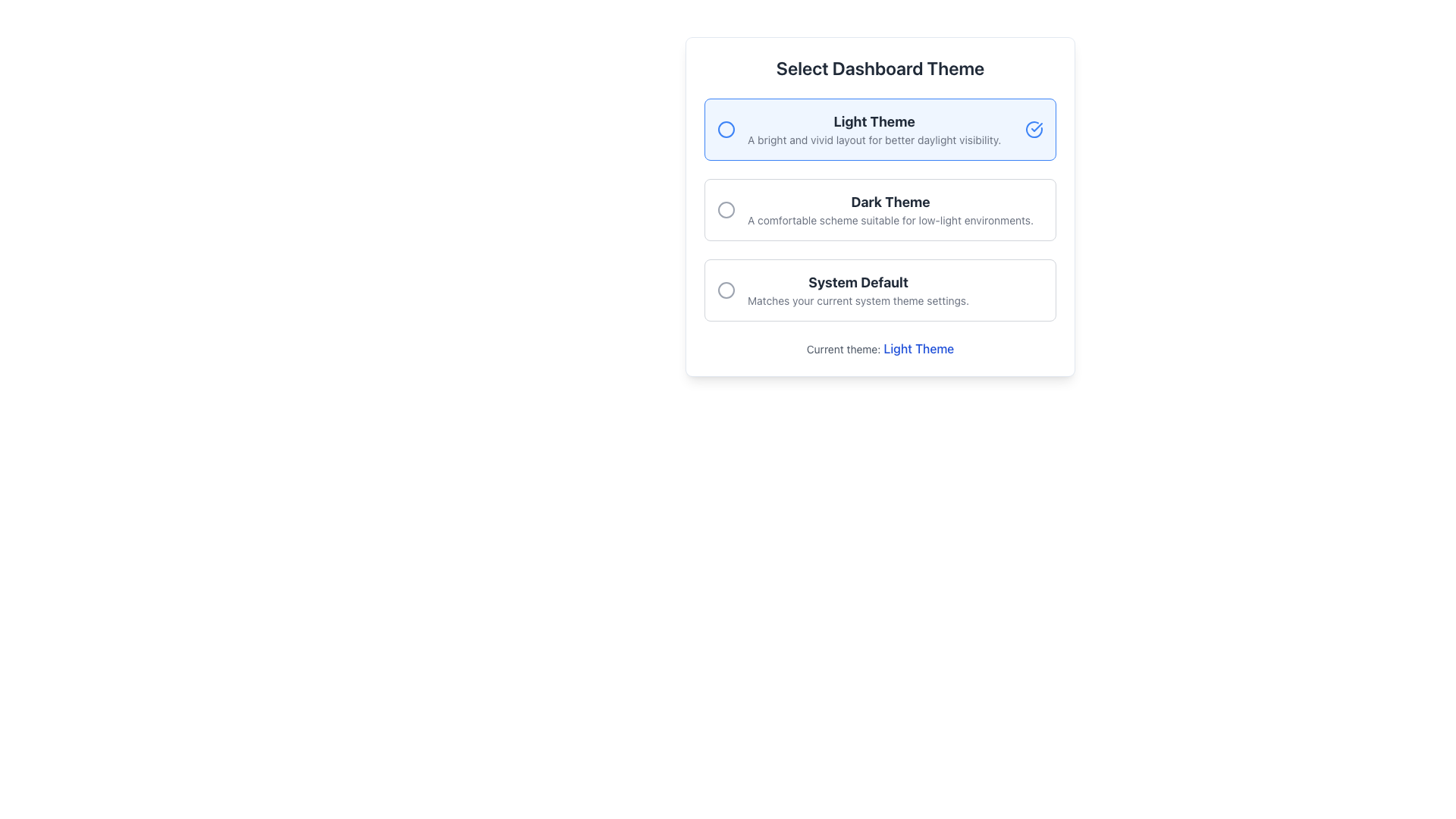 The width and height of the screenshot is (1456, 819). Describe the element at coordinates (880, 128) in the screenshot. I see `the selectable option titled 'Light Theme' with a blue background and border` at that location.